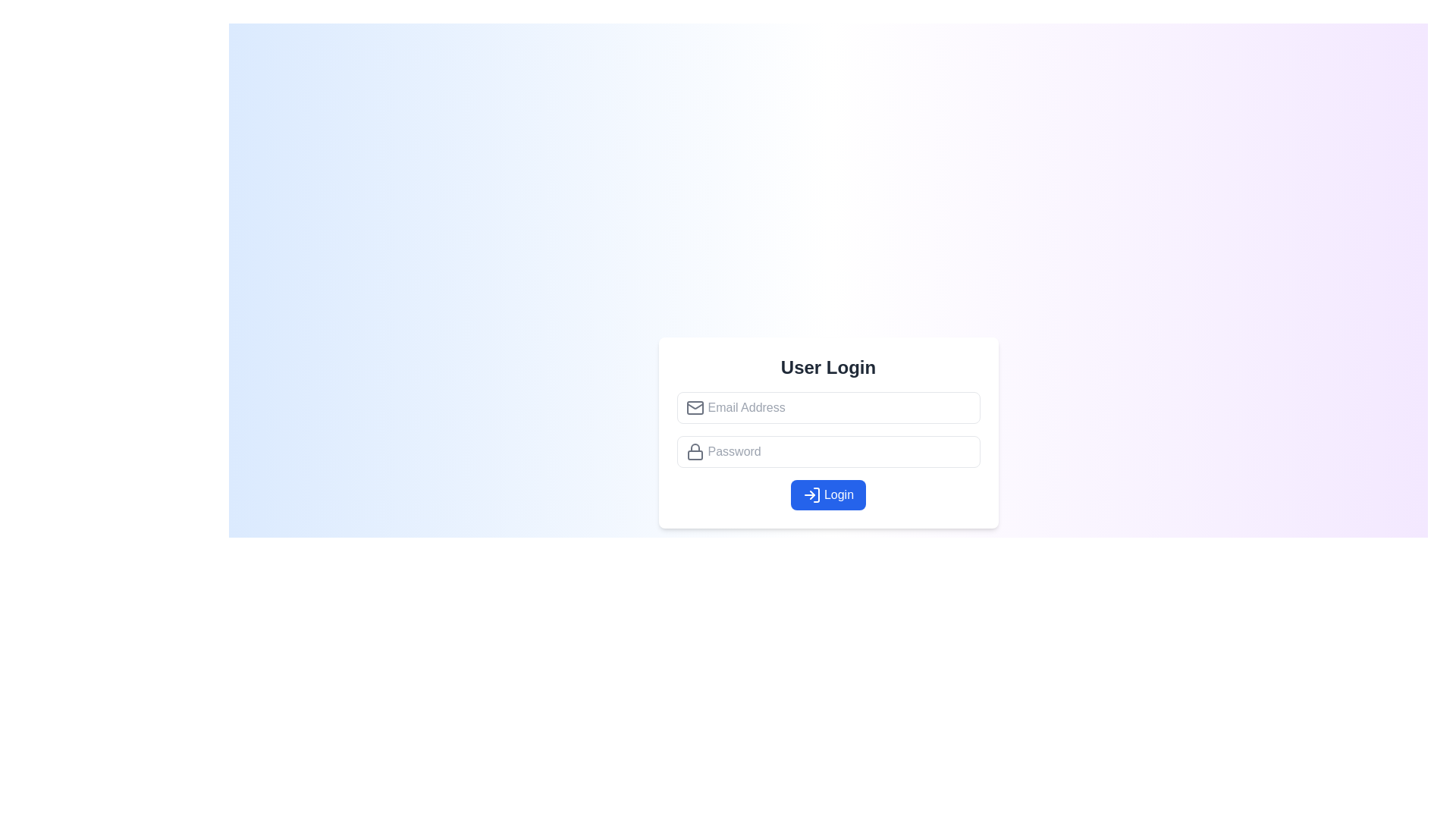 The image size is (1456, 819). What do you see at coordinates (827, 494) in the screenshot?
I see `the login button located below the password input field in the 'User Login' form` at bounding box center [827, 494].